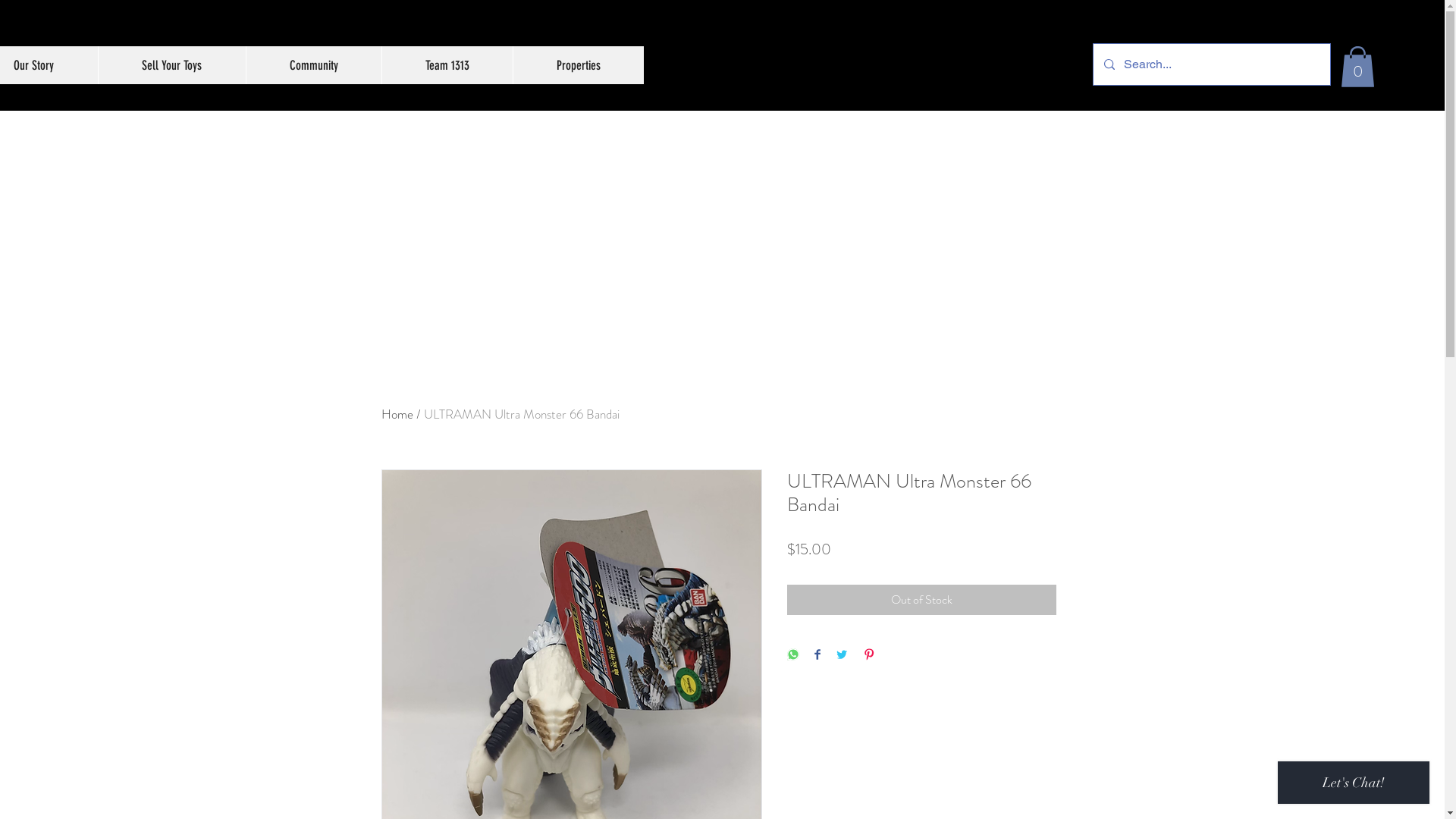 The image size is (1456, 819). Describe the element at coordinates (521, 414) in the screenshot. I see `'ULTRAMAN Ultra Monster 66 Bandai'` at that location.